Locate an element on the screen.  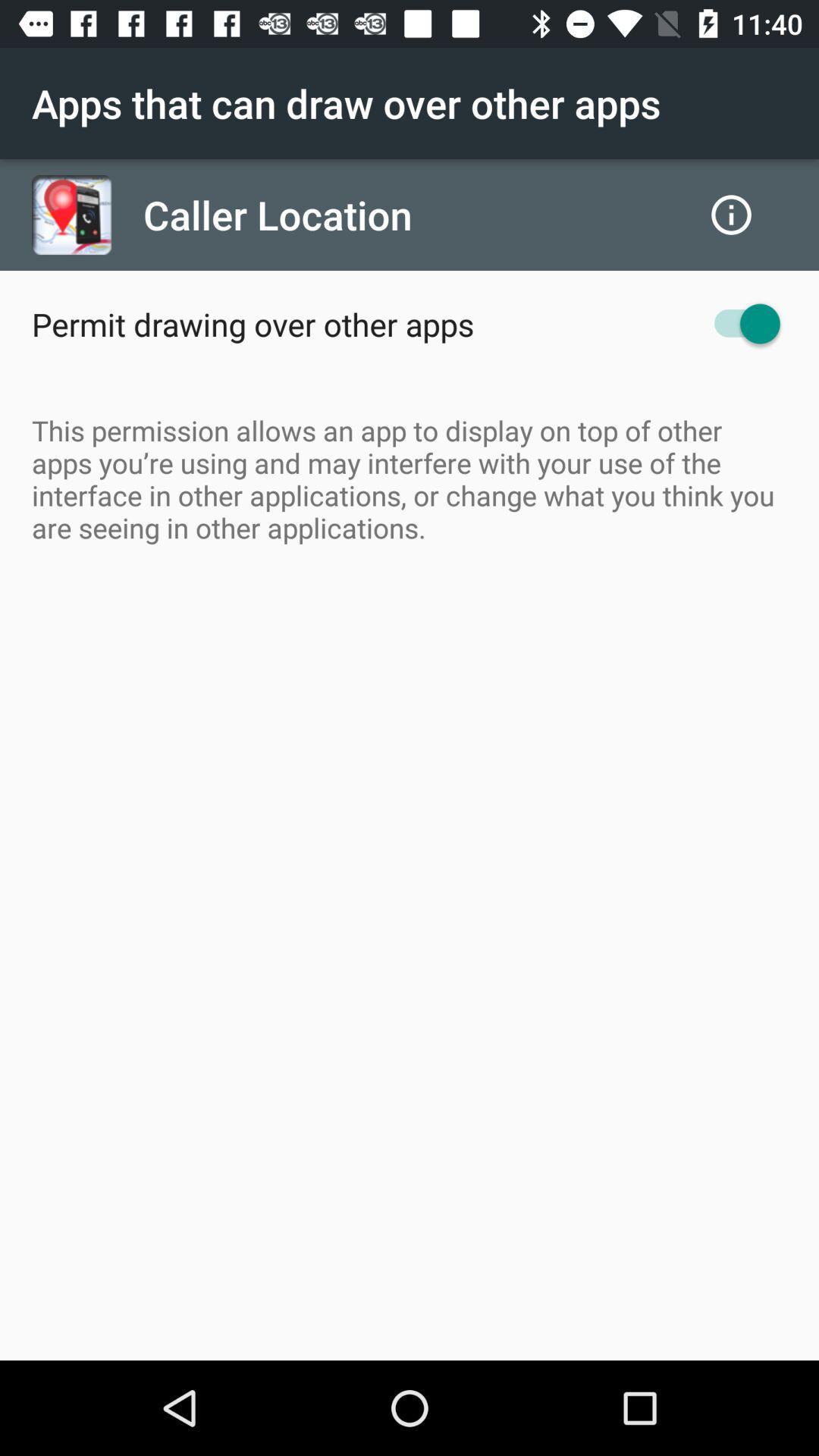
the app to the right of the caller location icon is located at coordinates (730, 214).